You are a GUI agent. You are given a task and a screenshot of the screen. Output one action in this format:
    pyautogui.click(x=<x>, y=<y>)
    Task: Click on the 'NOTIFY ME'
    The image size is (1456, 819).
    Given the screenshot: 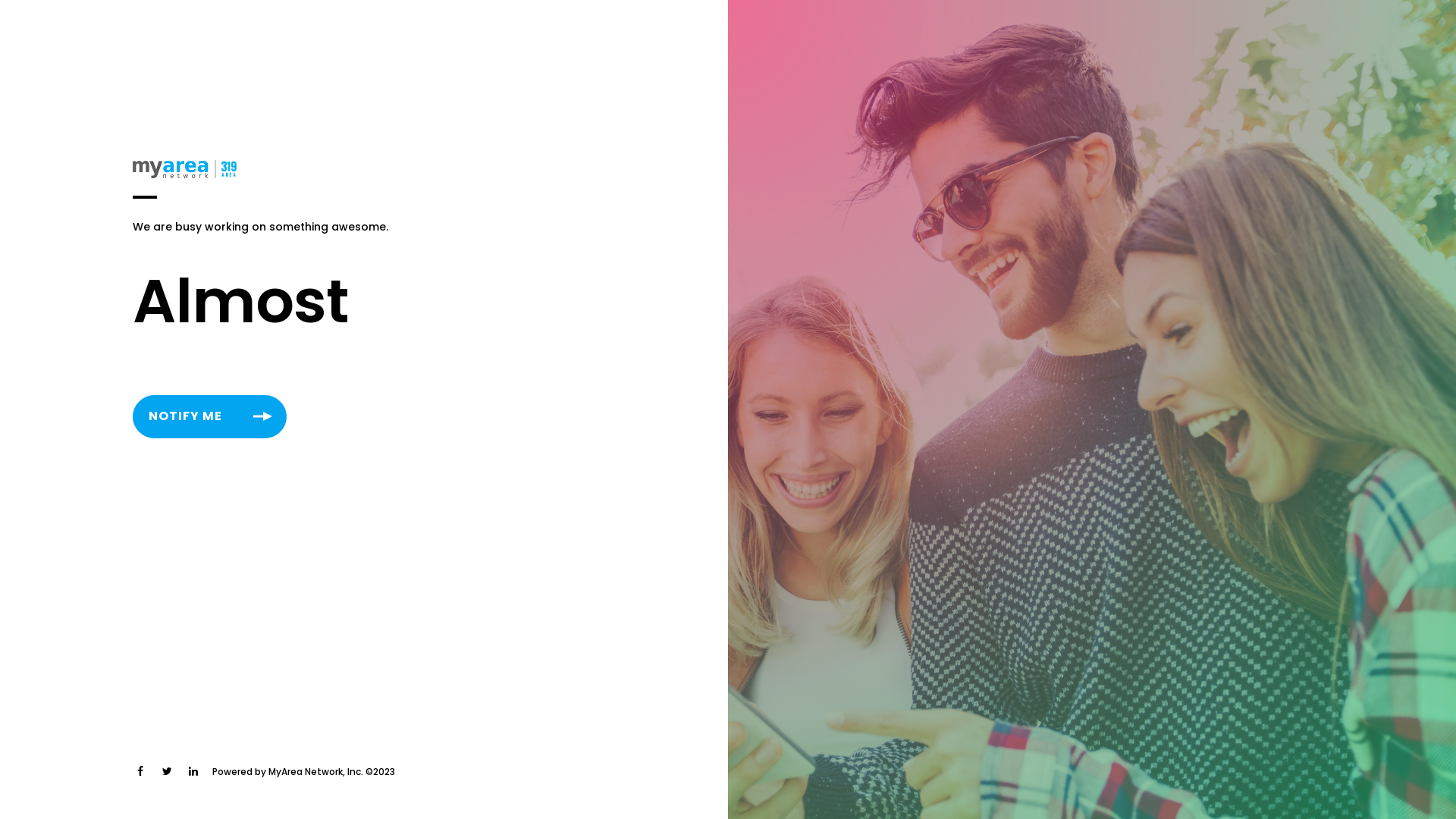 What is the action you would take?
    pyautogui.click(x=209, y=416)
    